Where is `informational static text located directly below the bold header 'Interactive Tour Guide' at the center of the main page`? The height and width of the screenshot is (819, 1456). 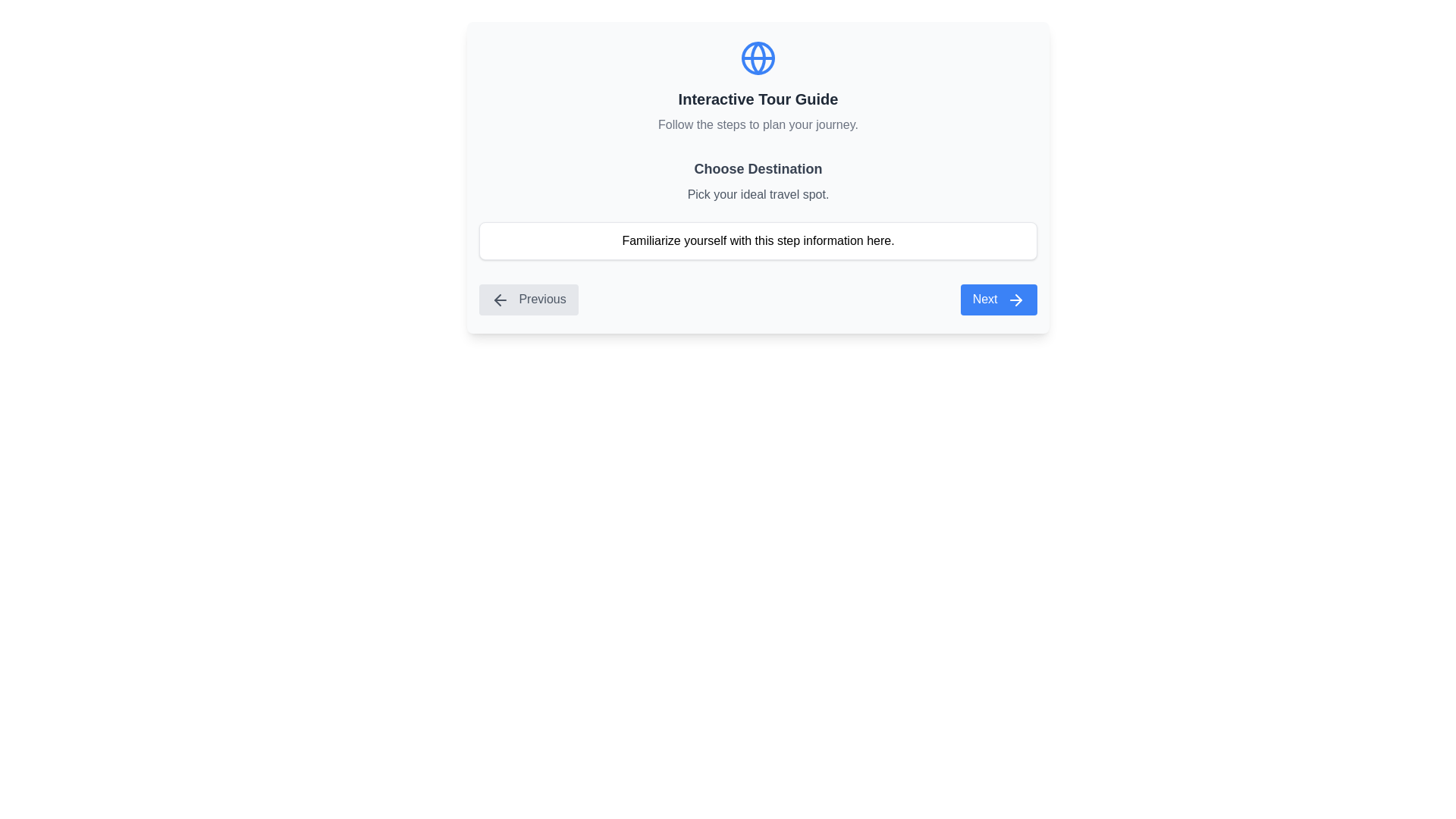 informational static text located directly below the bold header 'Interactive Tour Guide' at the center of the main page is located at coordinates (758, 124).